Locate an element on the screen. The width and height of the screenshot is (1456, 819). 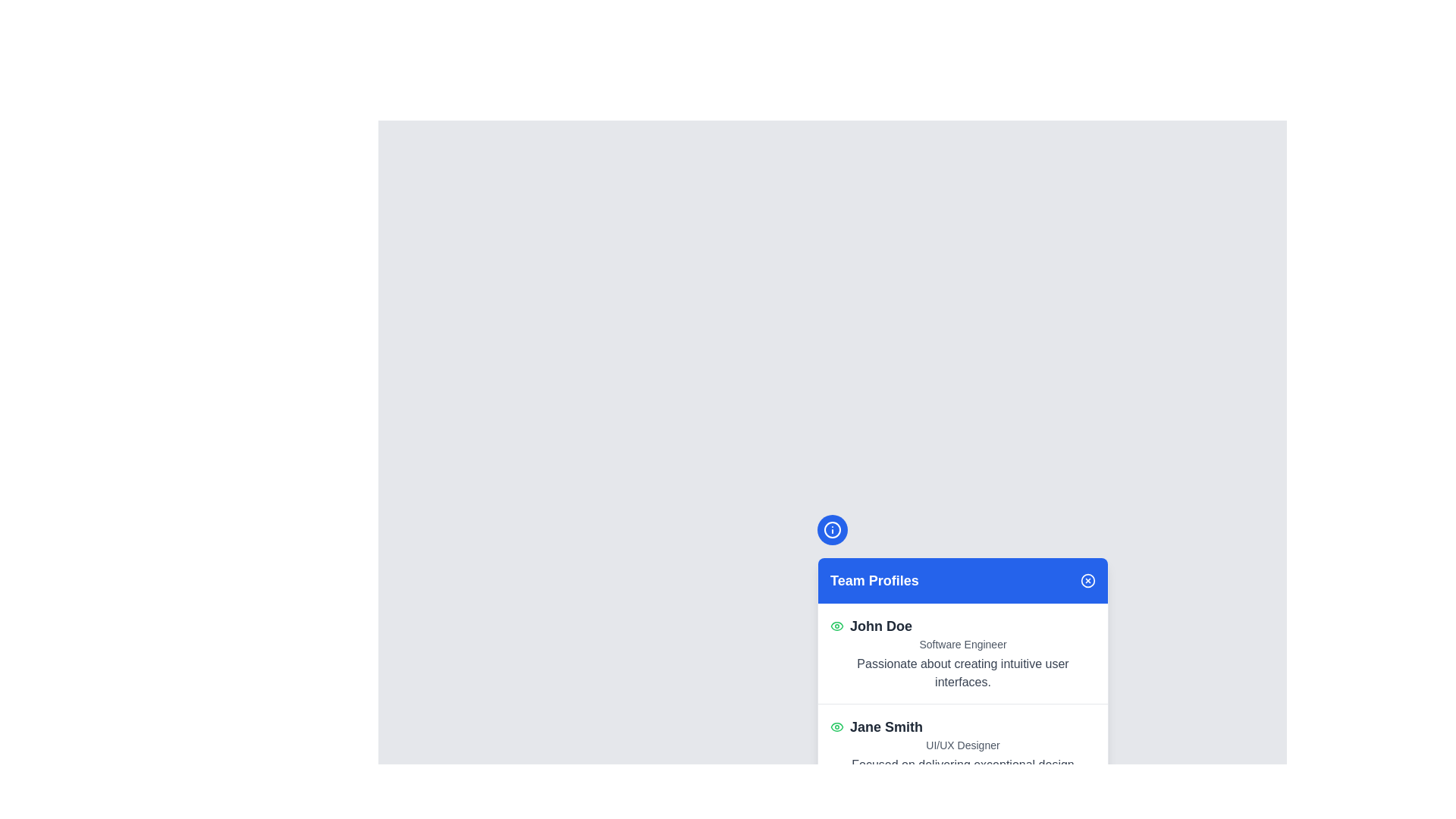
the text label displaying 'Software Engineer', which is a smaller gray font located below 'John Doe' and above the description about user interfaces is located at coordinates (962, 644).